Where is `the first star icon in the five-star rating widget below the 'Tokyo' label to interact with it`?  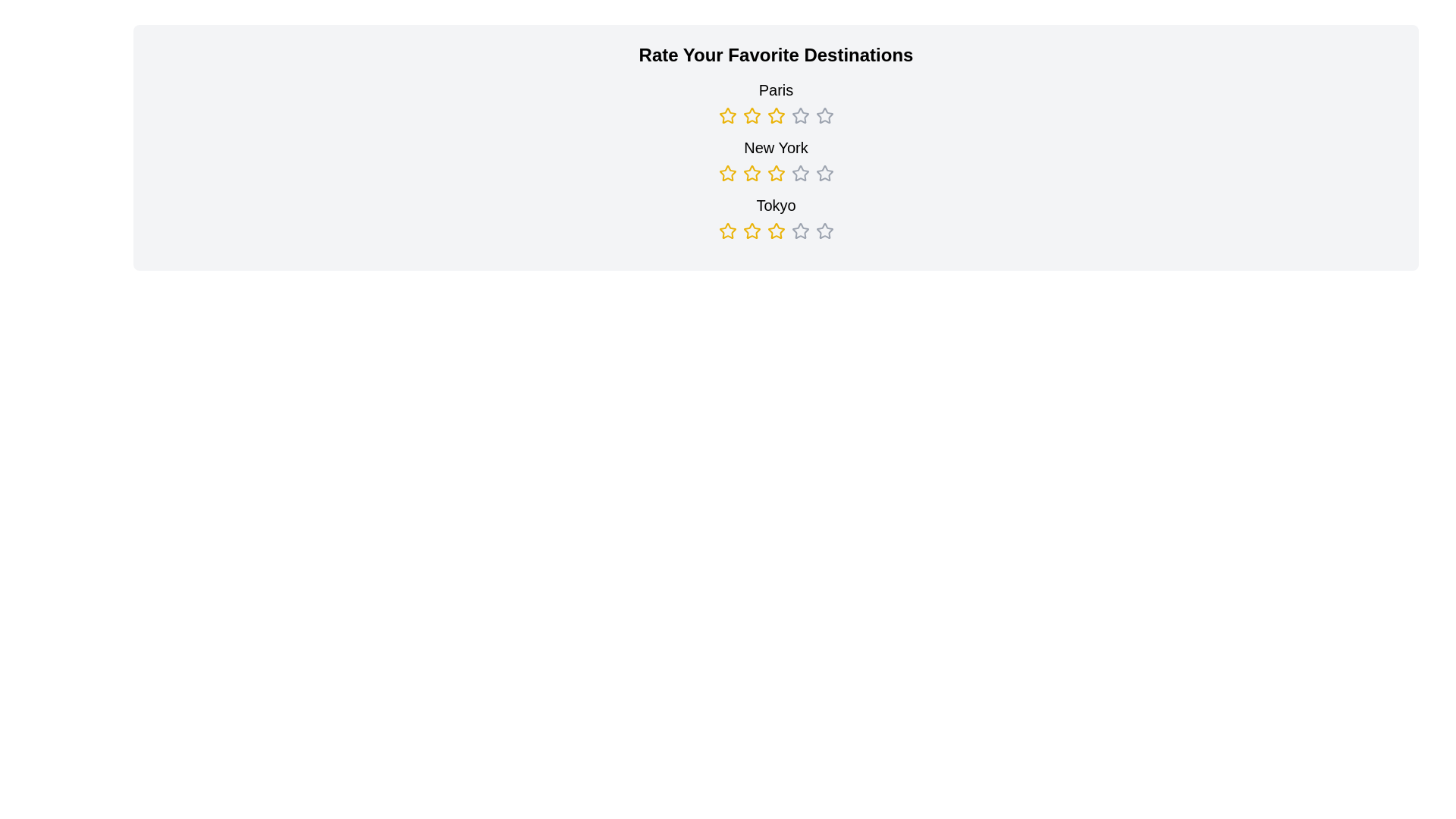 the first star icon in the five-star rating widget below the 'Tokyo' label to interact with it is located at coordinates (726, 231).